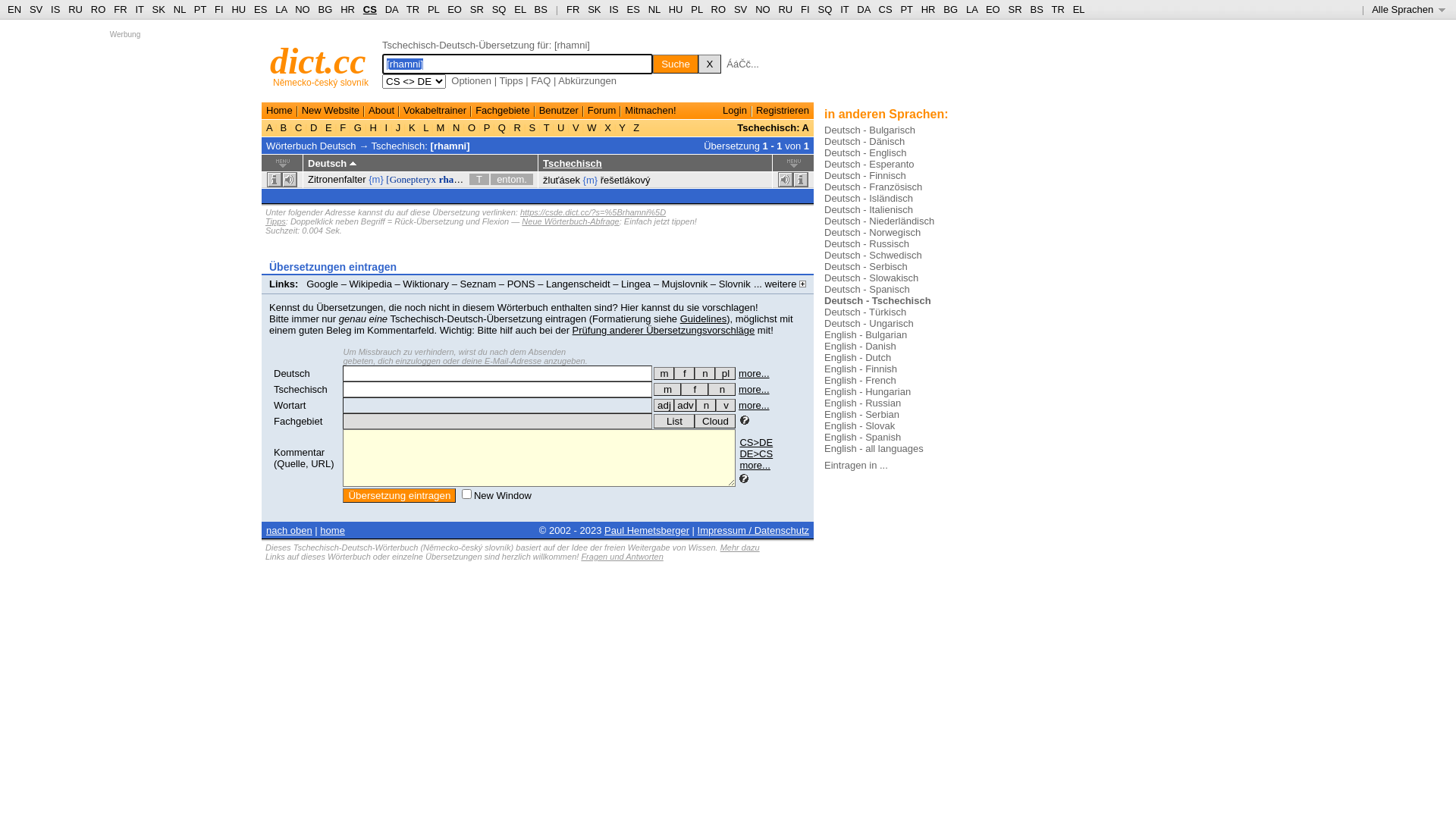  Describe the element at coordinates (664, 373) in the screenshot. I see `'m'` at that location.